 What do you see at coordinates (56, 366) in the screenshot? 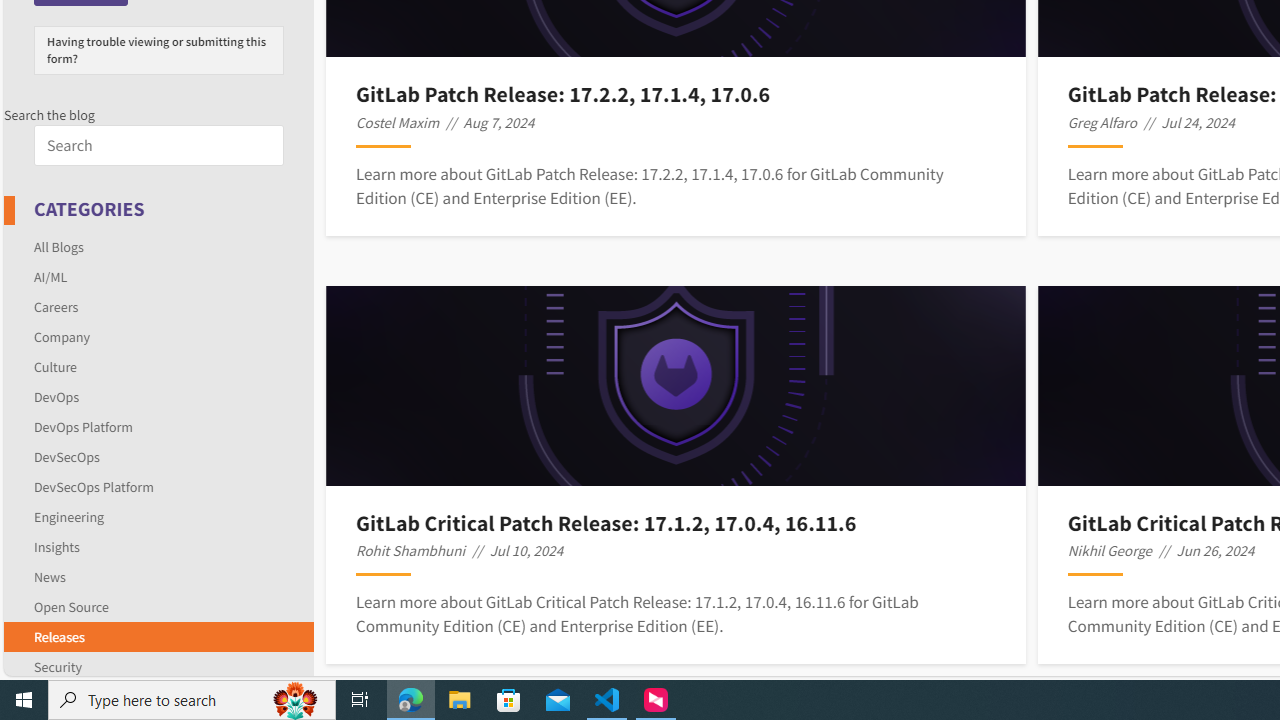
I see `'Culture'` at bounding box center [56, 366].